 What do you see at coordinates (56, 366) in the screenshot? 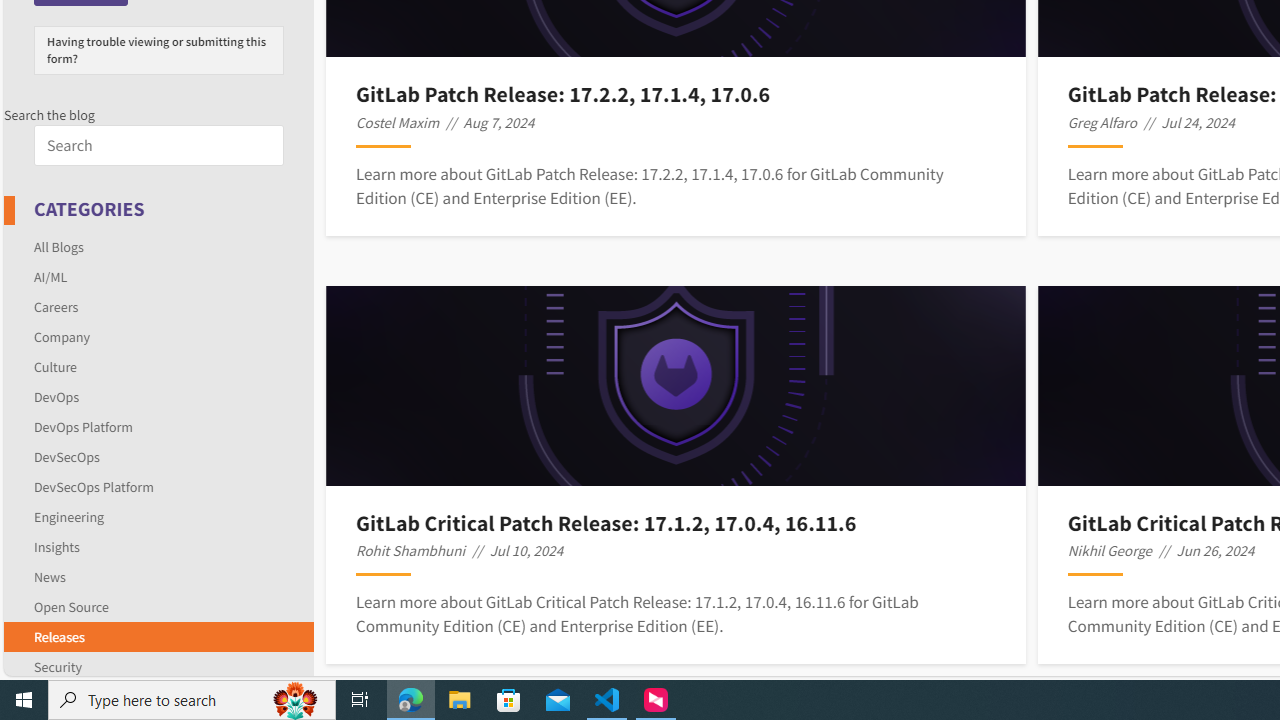
I see `'Culture'` at bounding box center [56, 366].